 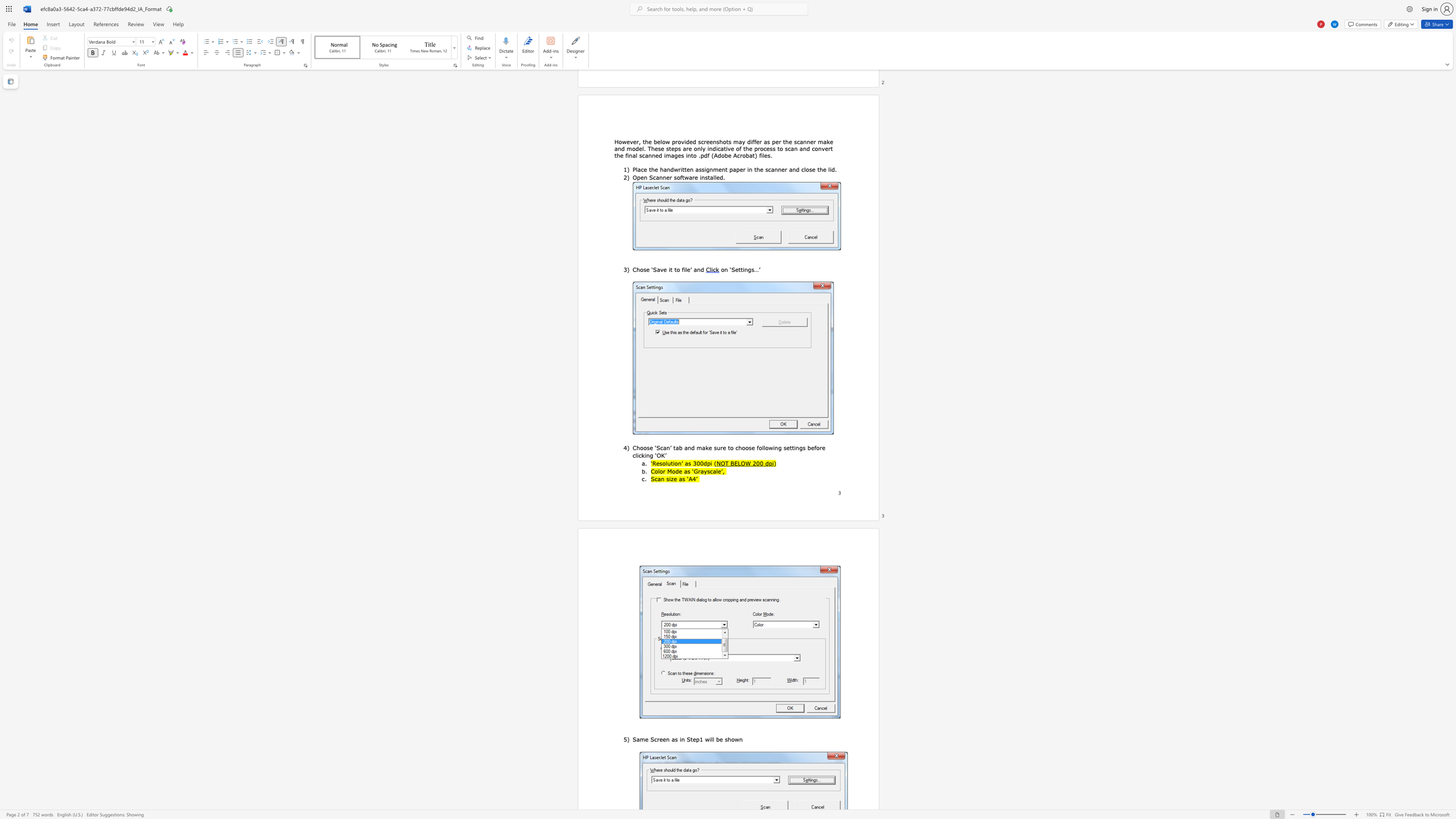 I want to click on the subset text "iz" within the text "Scan size as ‘A4’", so click(x=669, y=479).